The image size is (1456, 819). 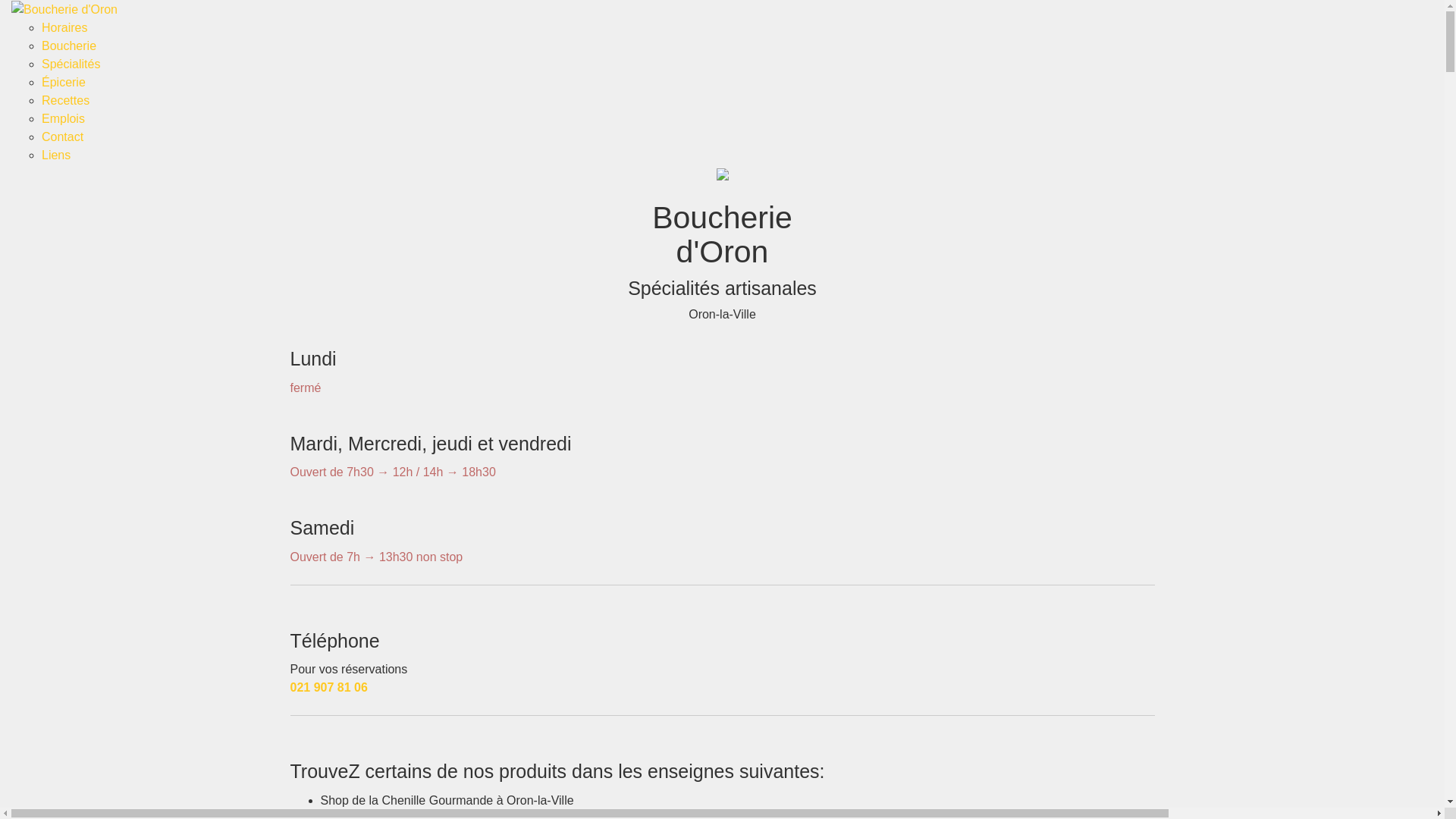 What do you see at coordinates (68, 45) in the screenshot?
I see `'Boucherie'` at bounding box center [68, 45].